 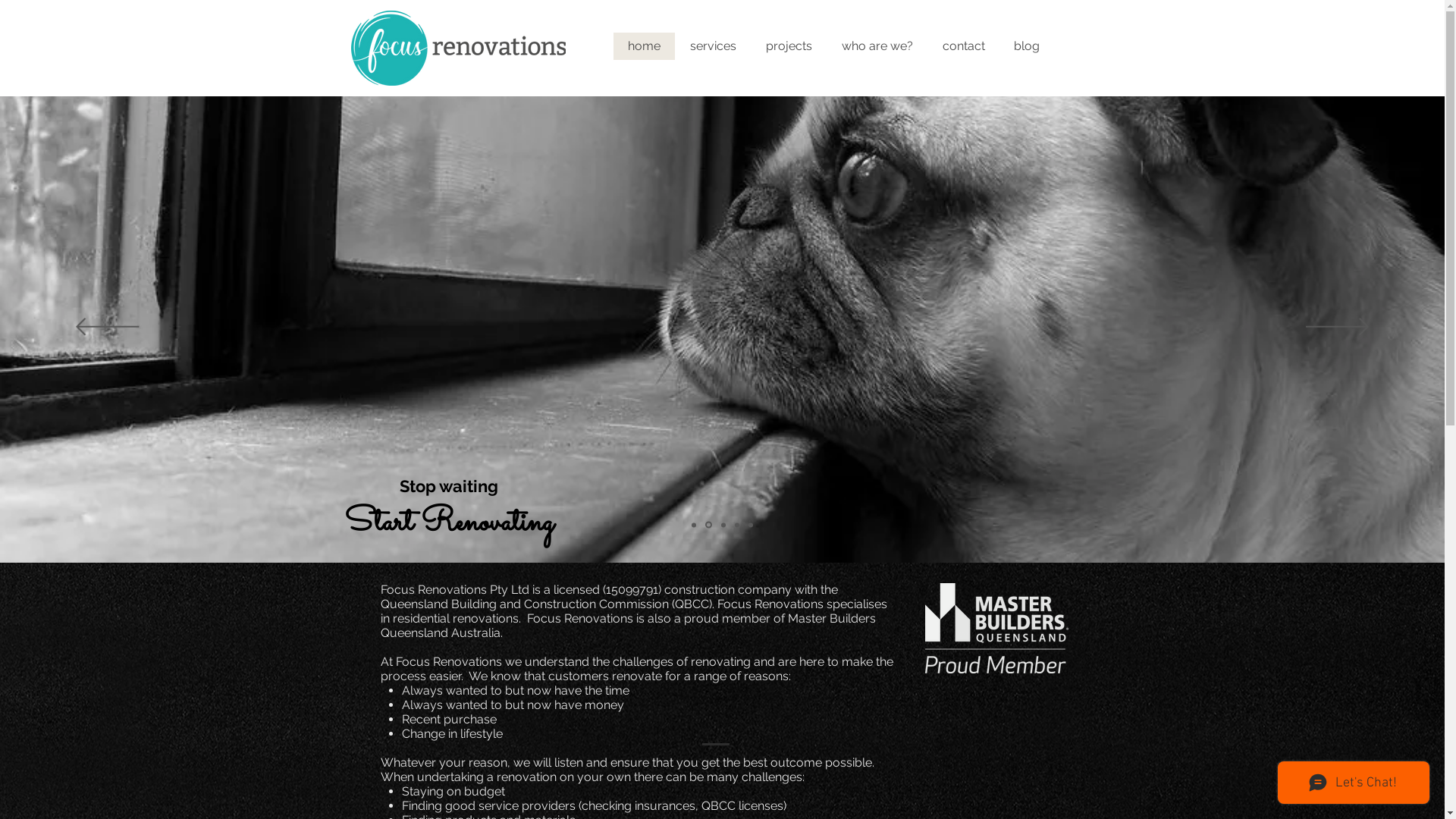 What do you see at coordinates (877, 45) in the screenshot?
I see `'who are we?'` at bounding box center [877, 45].